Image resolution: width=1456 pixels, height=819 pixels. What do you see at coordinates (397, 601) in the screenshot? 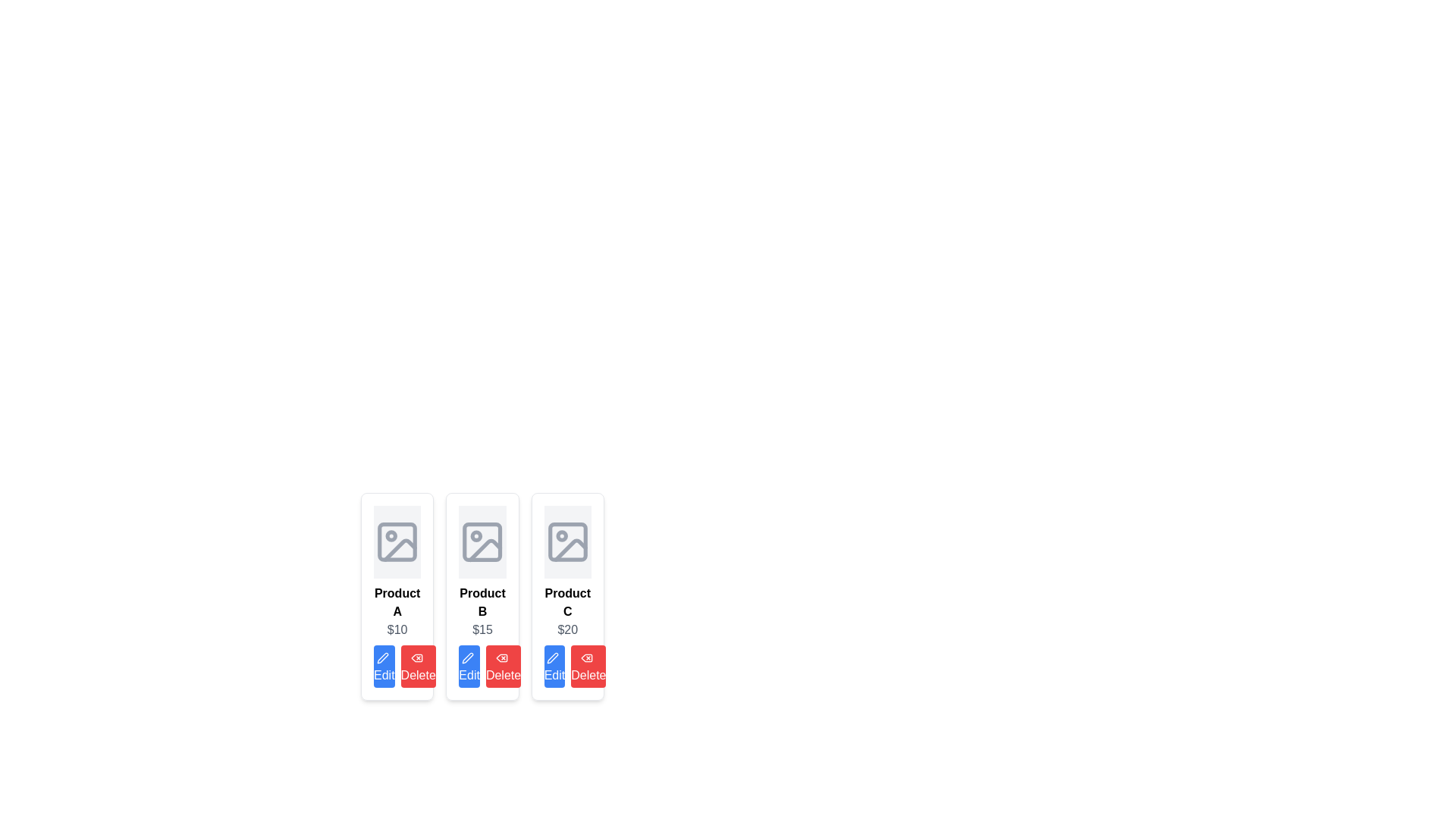
I see `the text label displaying 'Product A', which is bold and positioned above the '$10' price text and below a placeholder image icon` at bounding box center [397, 601].